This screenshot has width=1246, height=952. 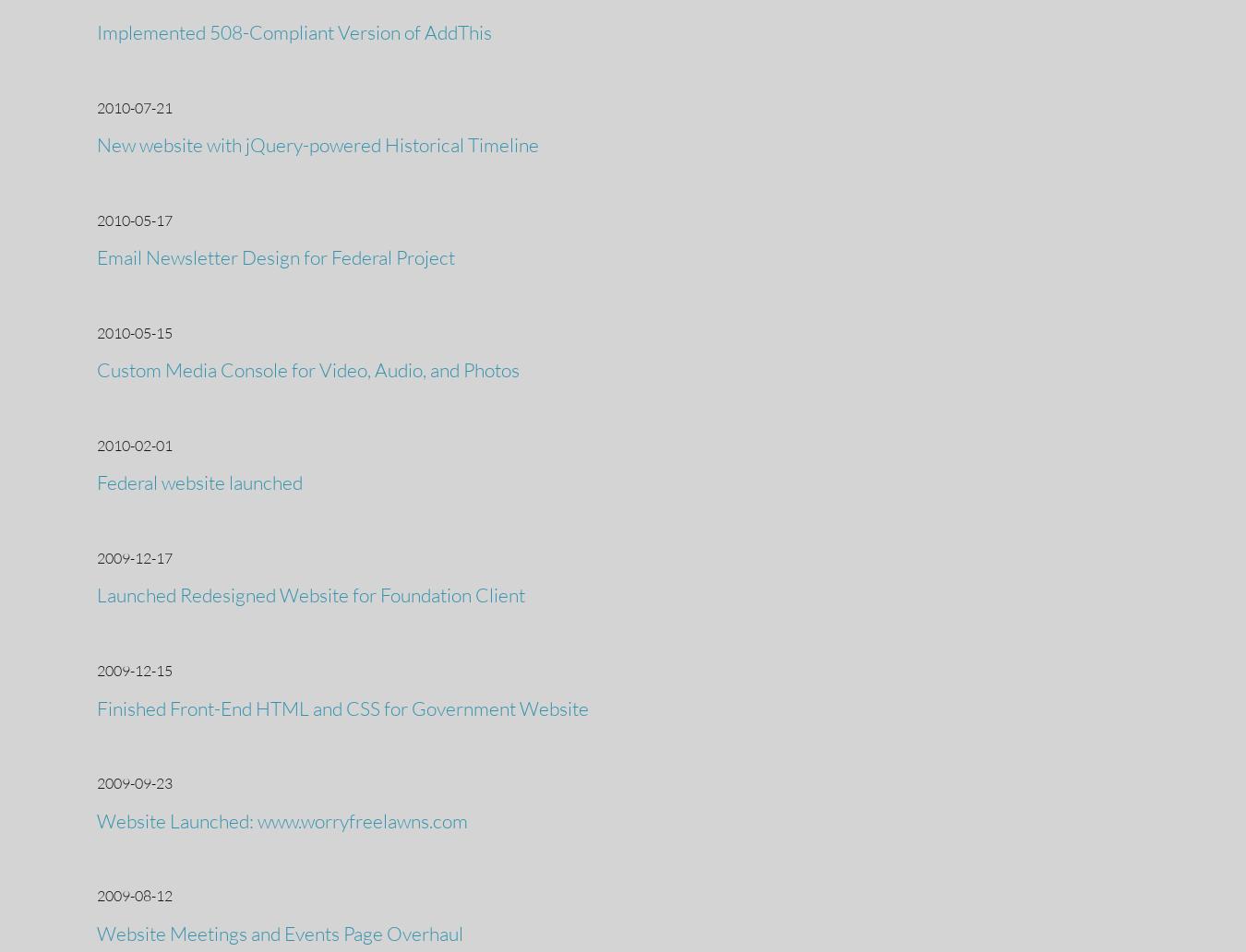 I want to click on '2009-09-23', so click(x=134, y=783).